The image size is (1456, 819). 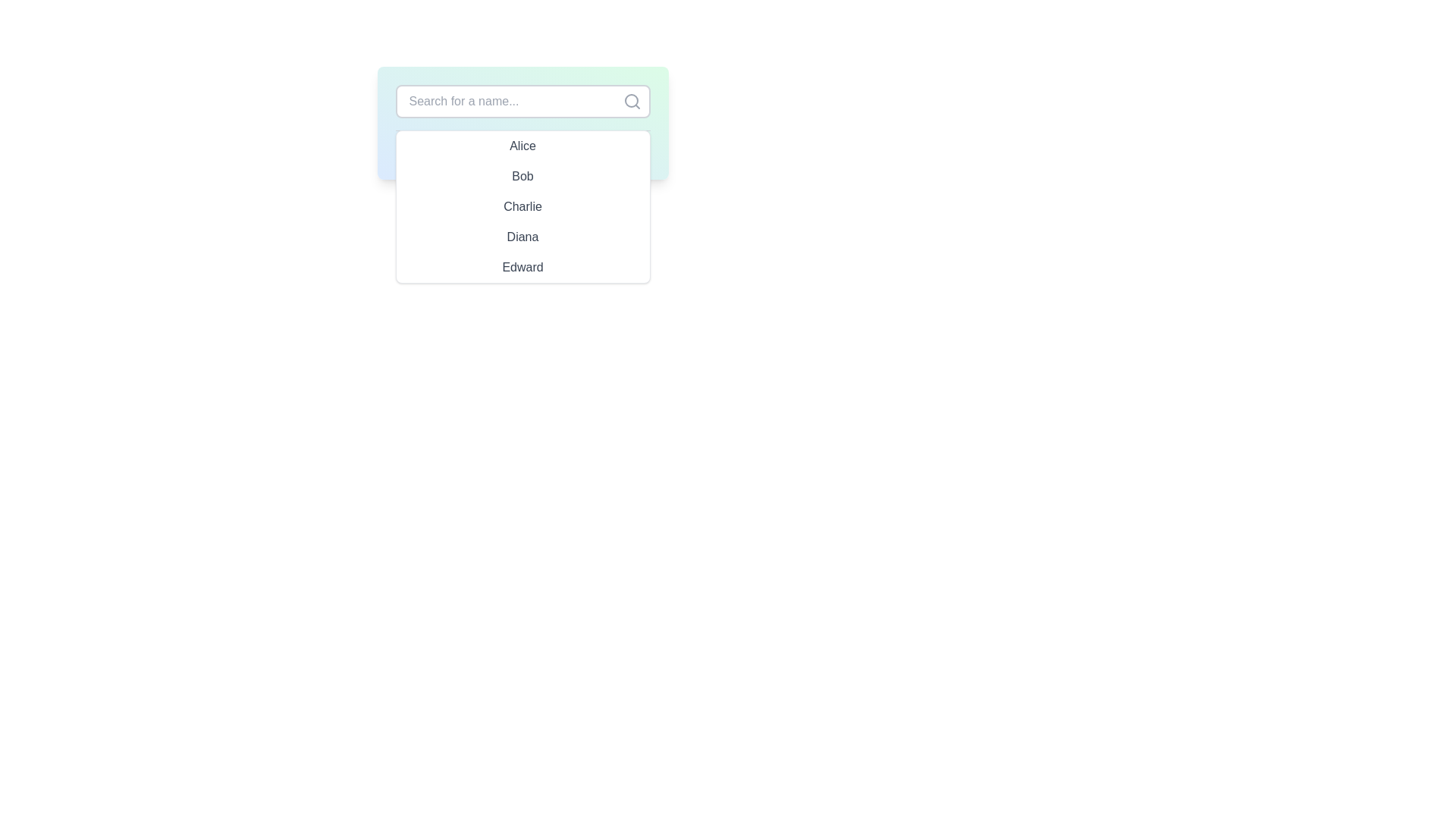 I want to click on the text item 'Charlie' within the dropdown menu, which is the third option styled with light gray text, so click(x=522, y=207).